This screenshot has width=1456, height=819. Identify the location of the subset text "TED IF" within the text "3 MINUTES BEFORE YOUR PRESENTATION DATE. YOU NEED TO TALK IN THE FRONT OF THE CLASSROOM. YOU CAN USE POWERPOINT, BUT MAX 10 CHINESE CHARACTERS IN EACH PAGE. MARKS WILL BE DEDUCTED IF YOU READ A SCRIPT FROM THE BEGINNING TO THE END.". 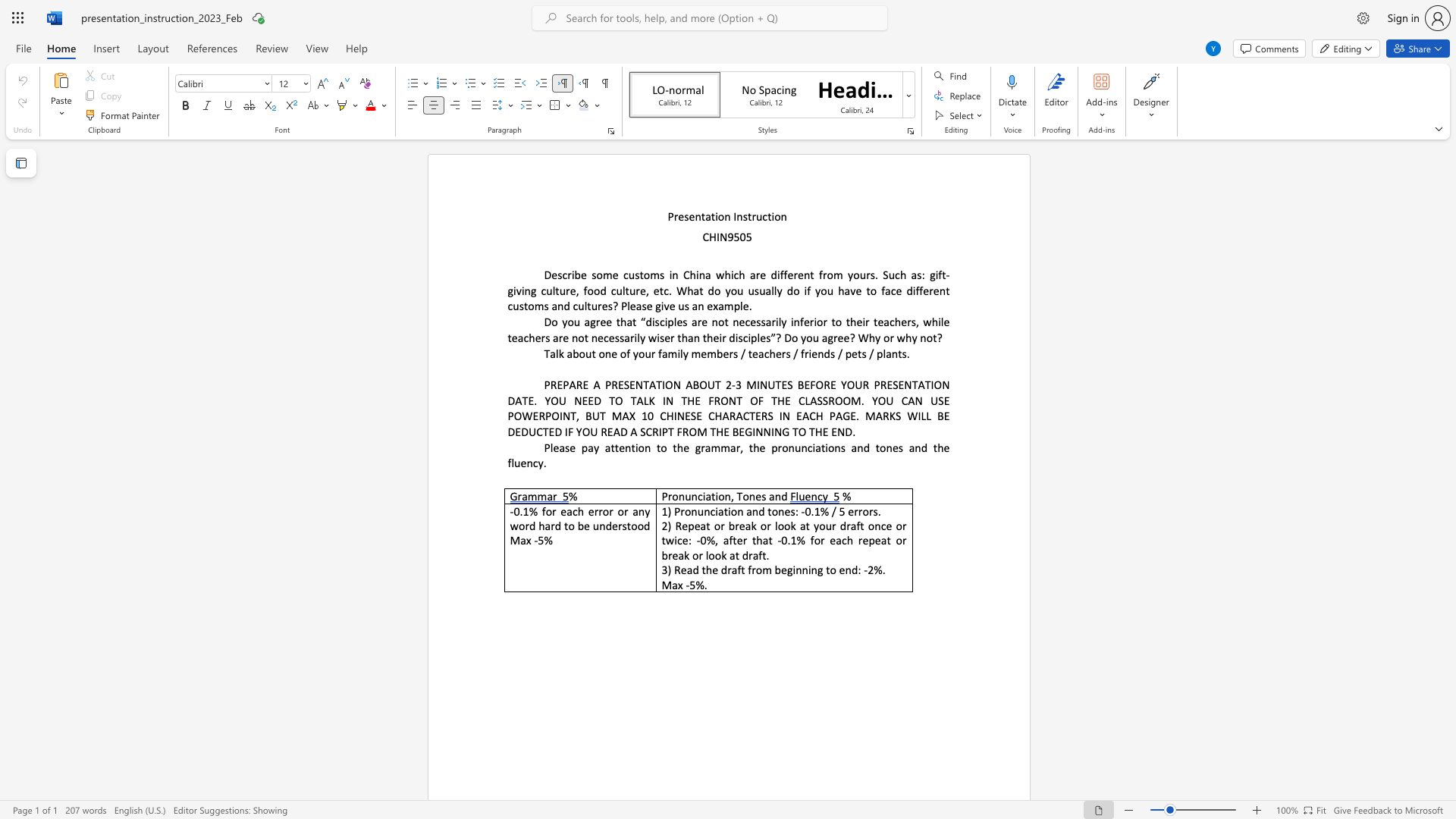
(542, 431).